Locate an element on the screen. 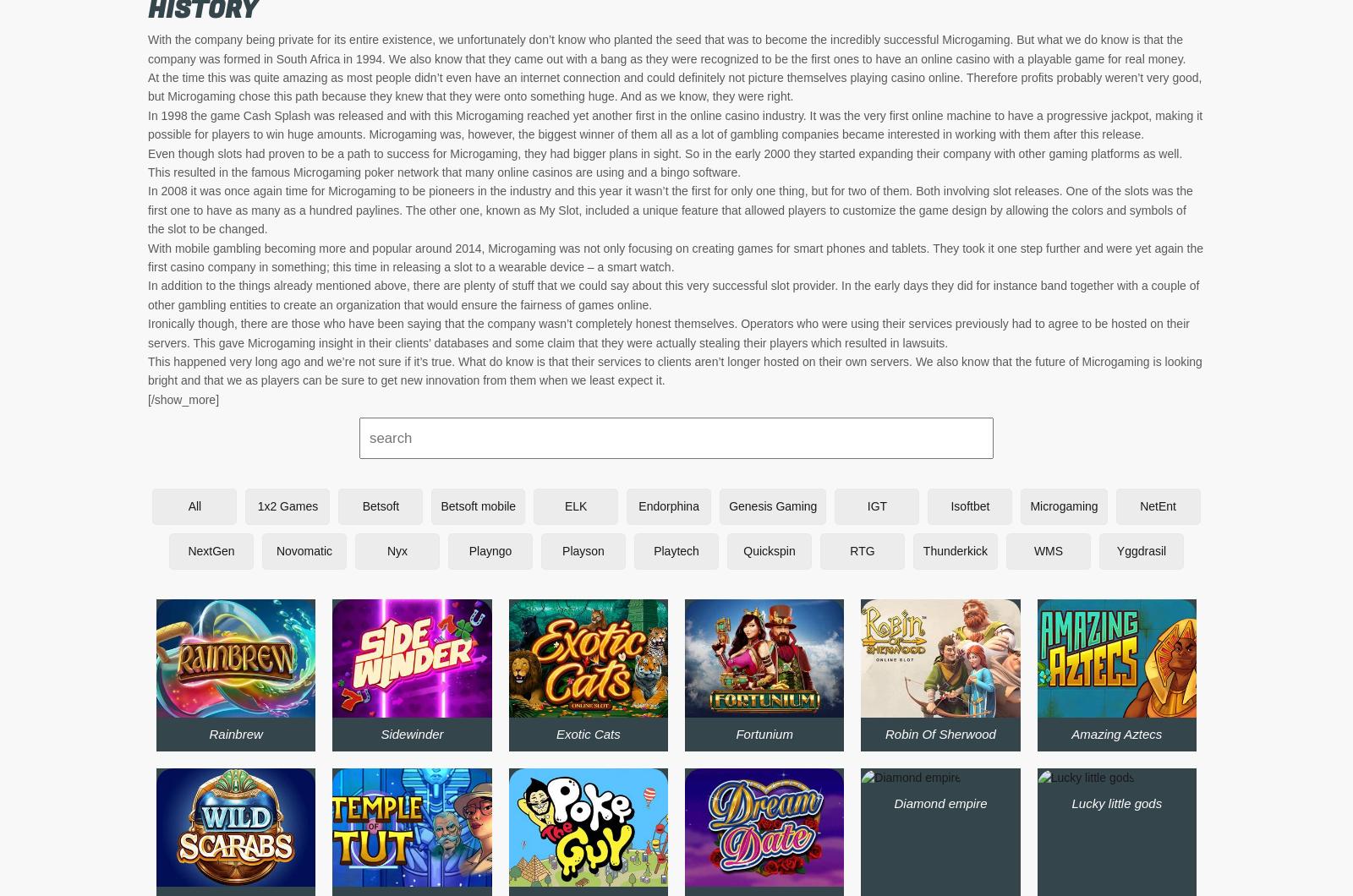  'Break away' is located at coordinates (588, 402).